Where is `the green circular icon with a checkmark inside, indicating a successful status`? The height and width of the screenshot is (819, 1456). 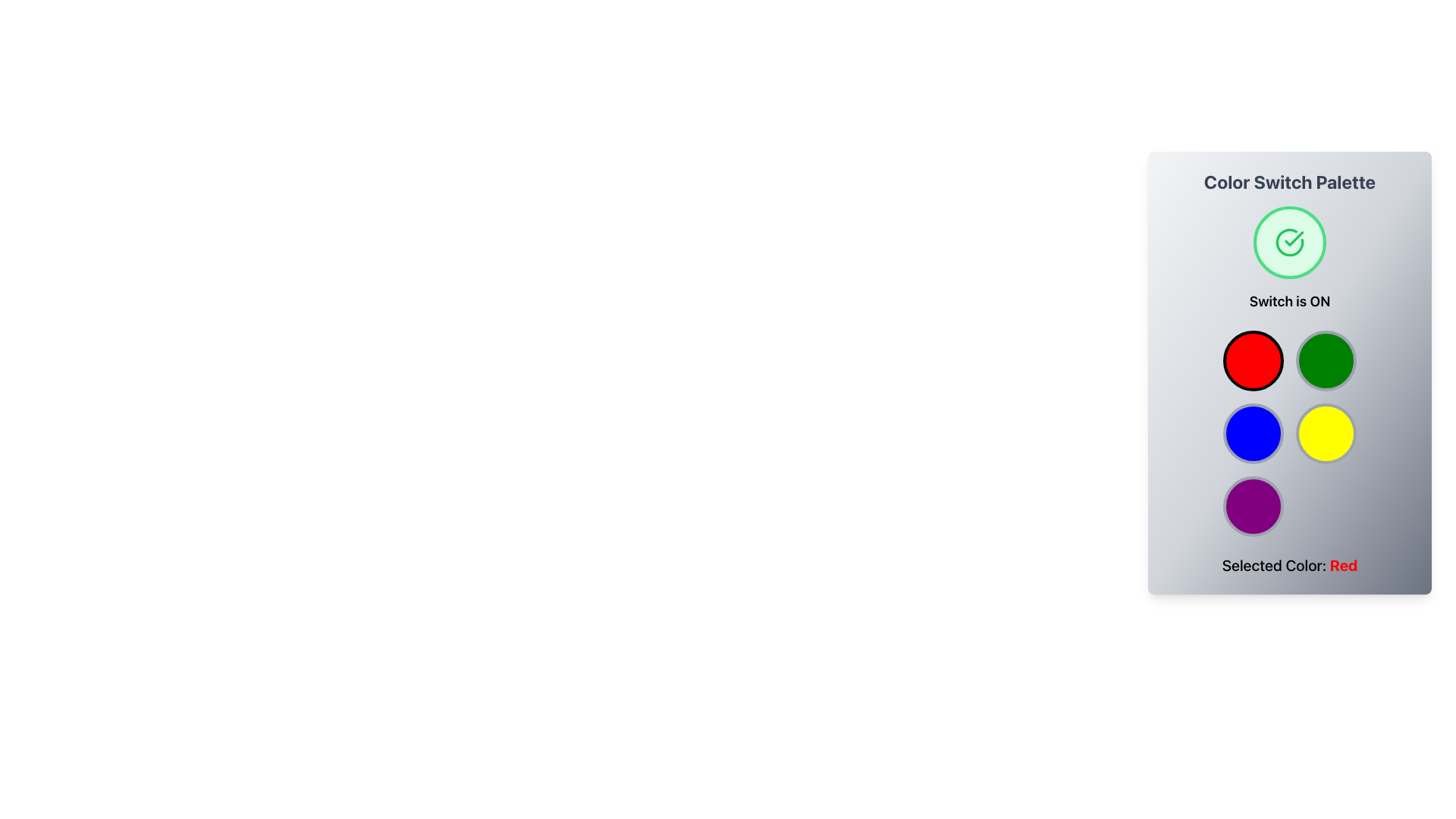
the green circular icon with a checkmark inside, indicating a successful status is located at coordinates (1288, 242).